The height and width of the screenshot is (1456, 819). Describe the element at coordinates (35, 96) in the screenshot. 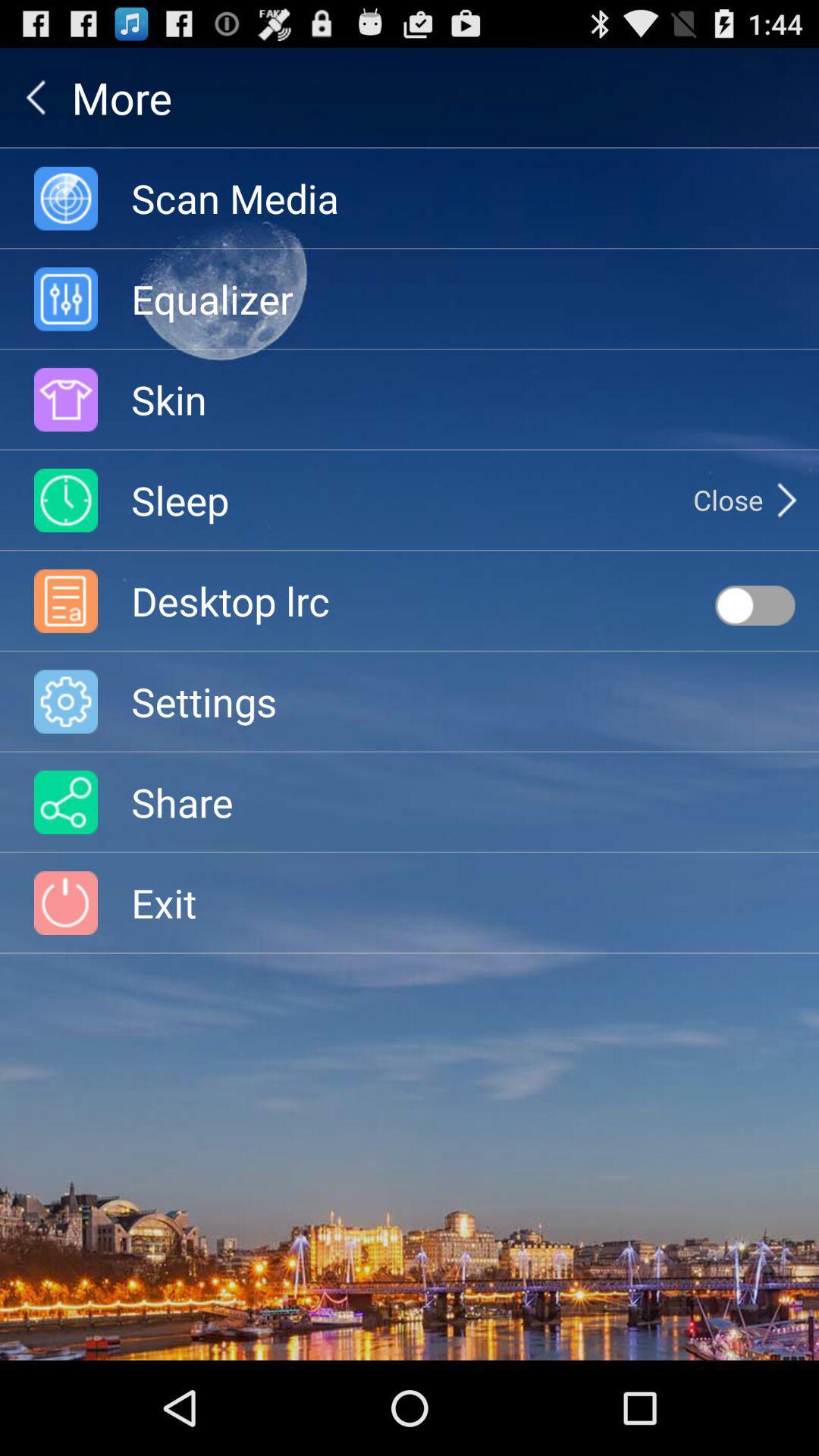

I see `the icon to the left of the more icon` at that location.